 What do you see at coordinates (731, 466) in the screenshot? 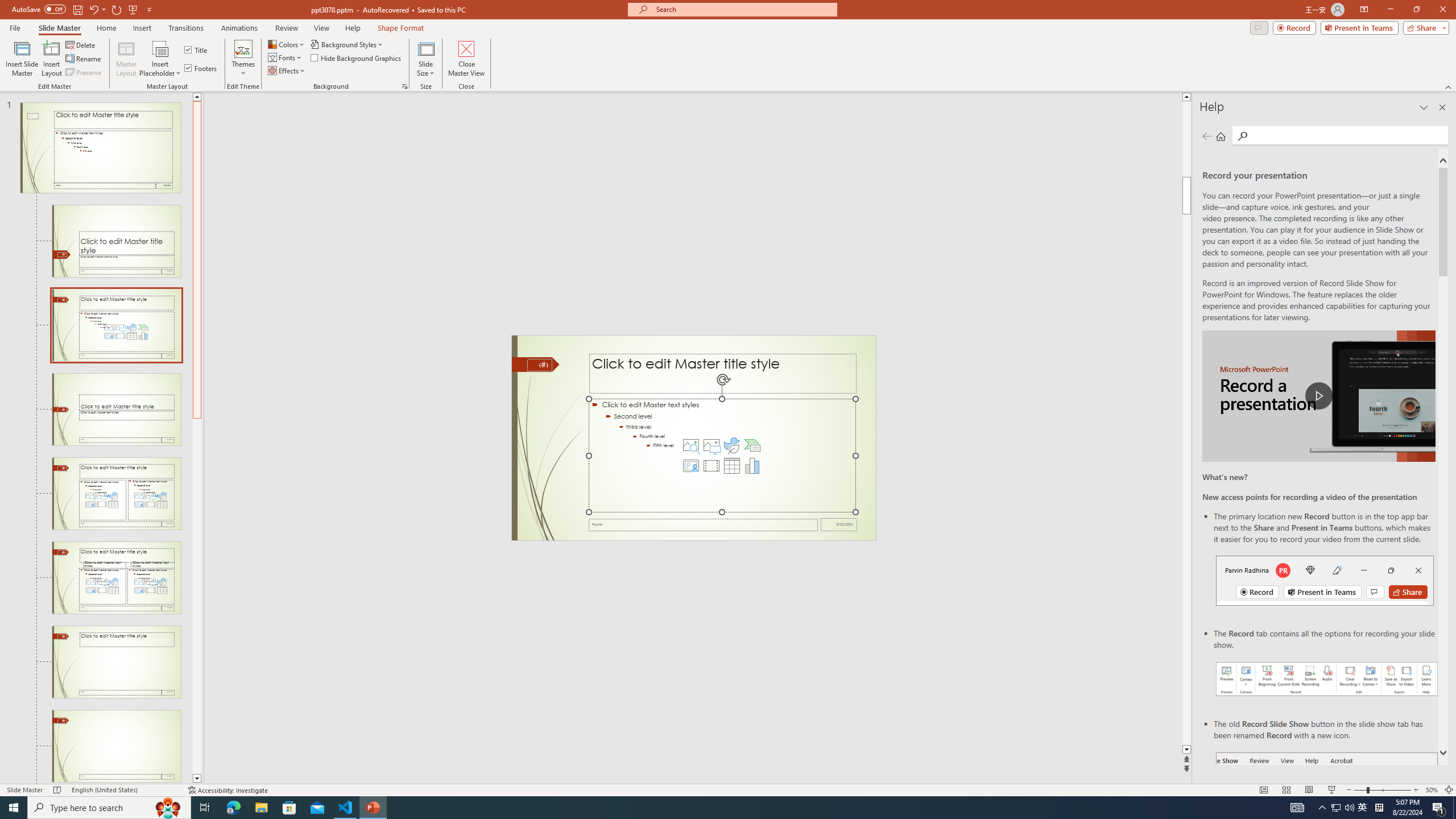
I see `'Insert Table'` at bounding box center [731, 466].